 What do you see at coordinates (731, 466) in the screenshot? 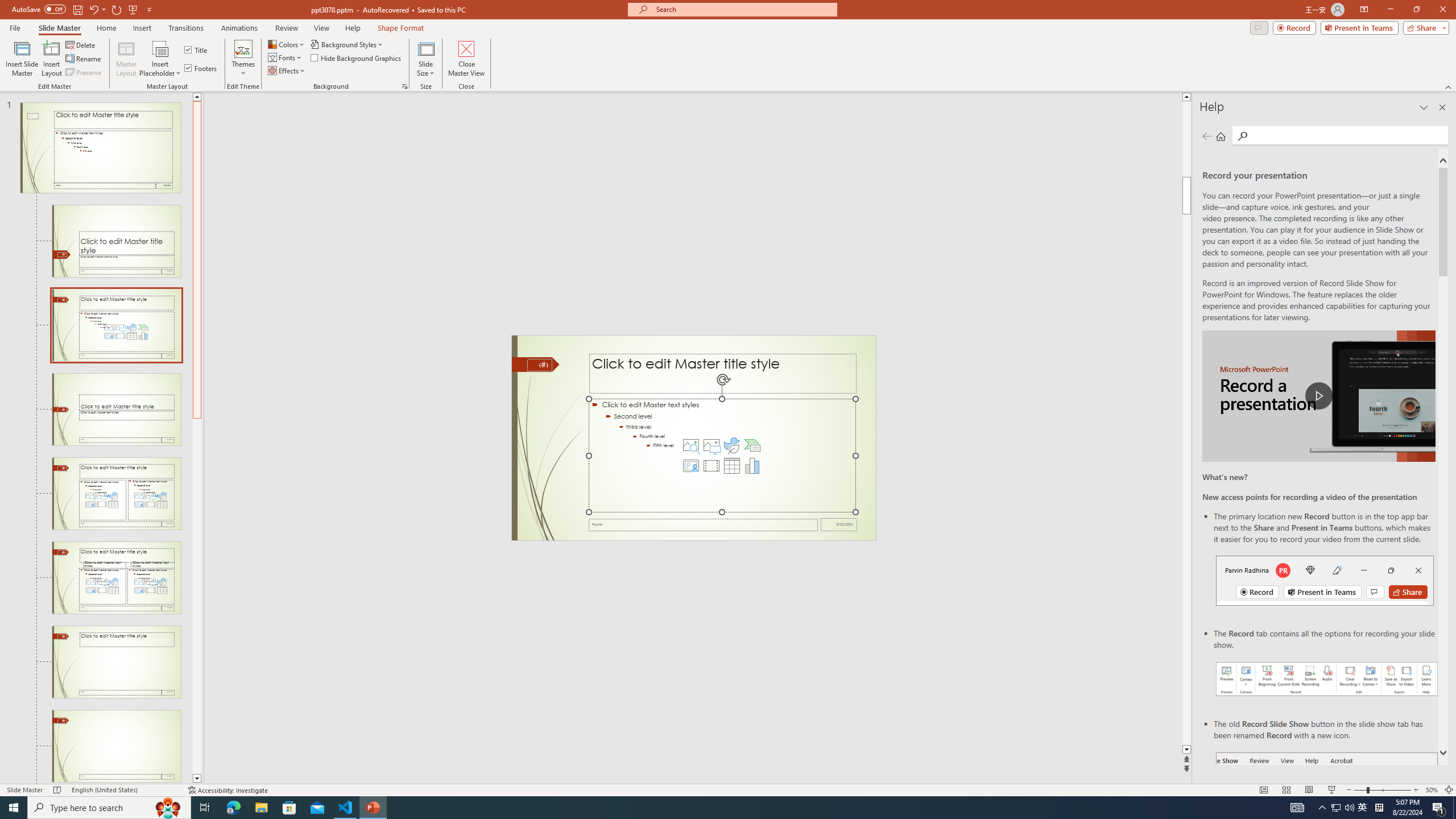
I see `'Insert Table'` at bounding box center [731, 466].